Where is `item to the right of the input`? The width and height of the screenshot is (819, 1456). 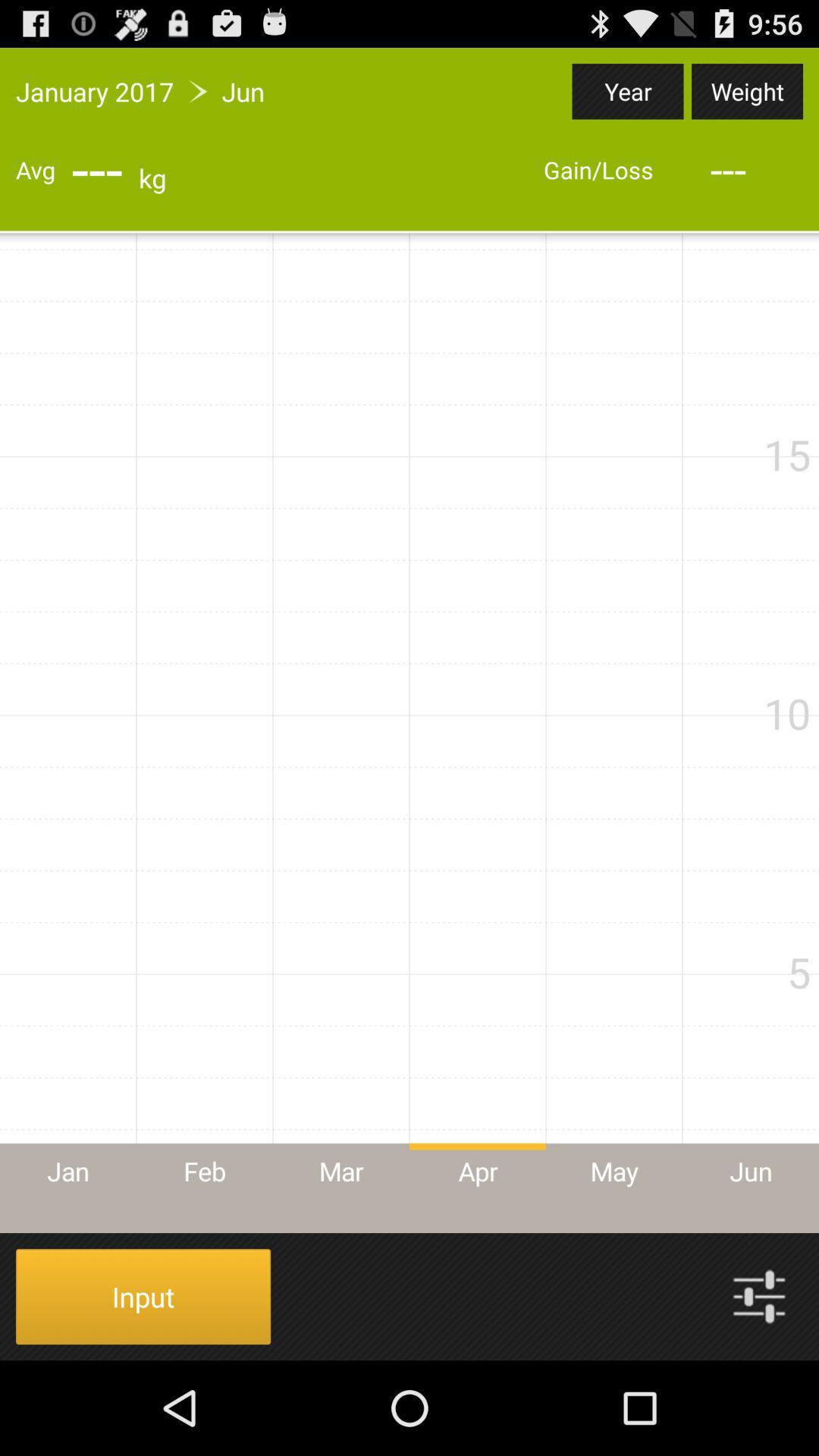
item to the right of the input is located at coordinates (759, 1295).